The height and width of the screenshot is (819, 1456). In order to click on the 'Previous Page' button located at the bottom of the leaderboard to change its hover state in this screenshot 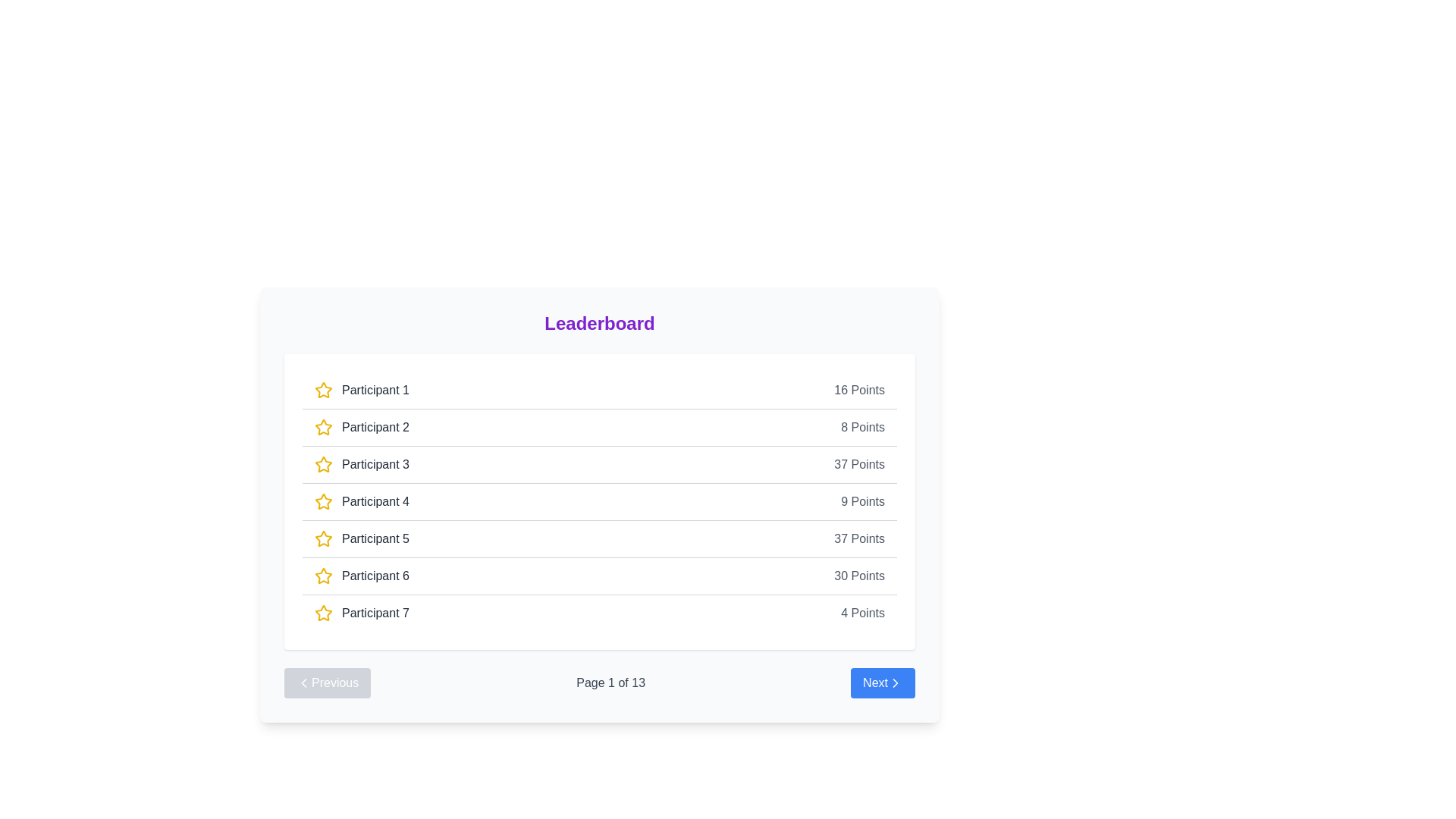, I will do `click(327, 683)`.